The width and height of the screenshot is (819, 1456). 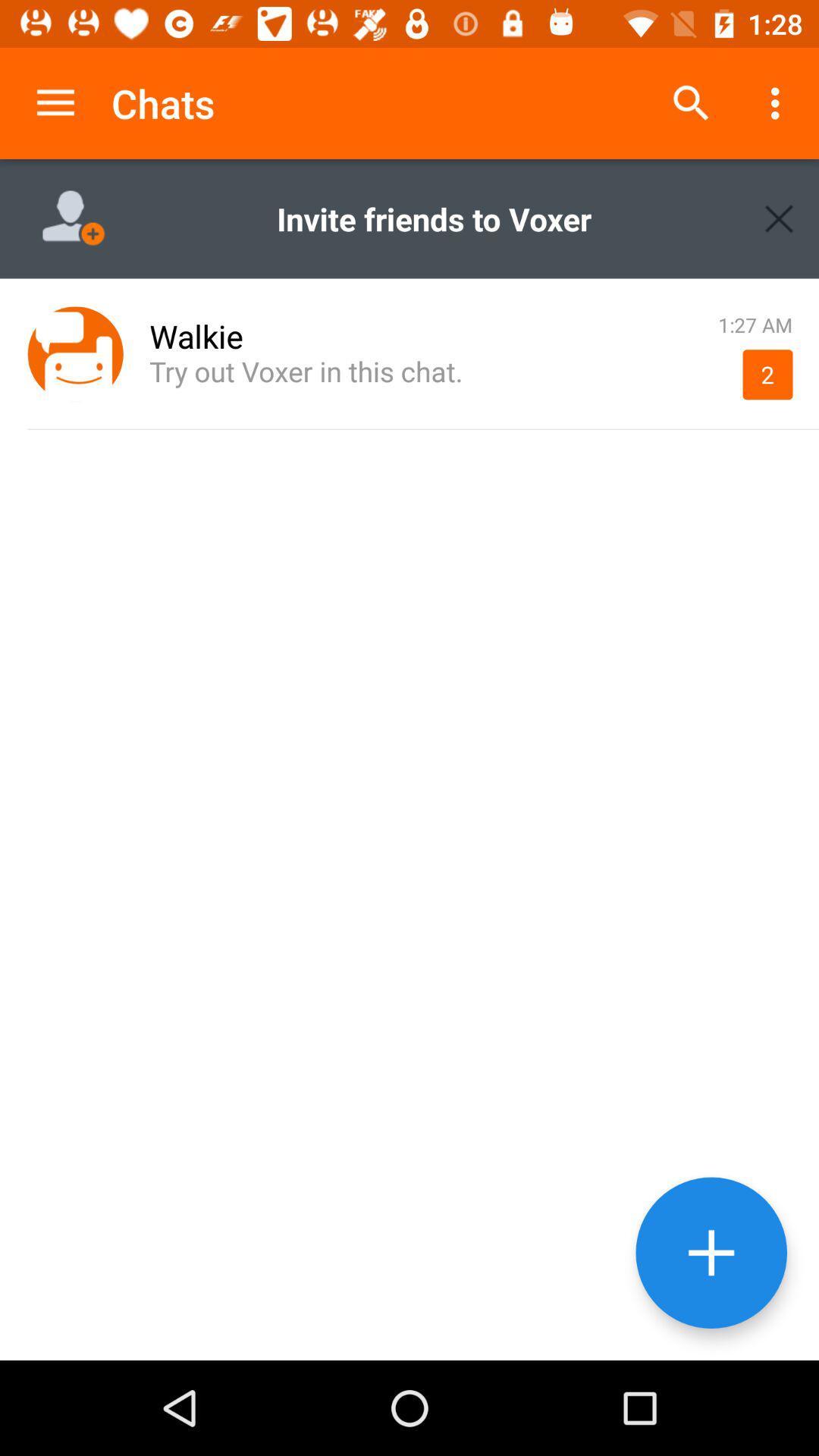 What do you see at coordinates (711, 1253) in the screenshot?
I see `chat` at bounding box center [711, 1253].